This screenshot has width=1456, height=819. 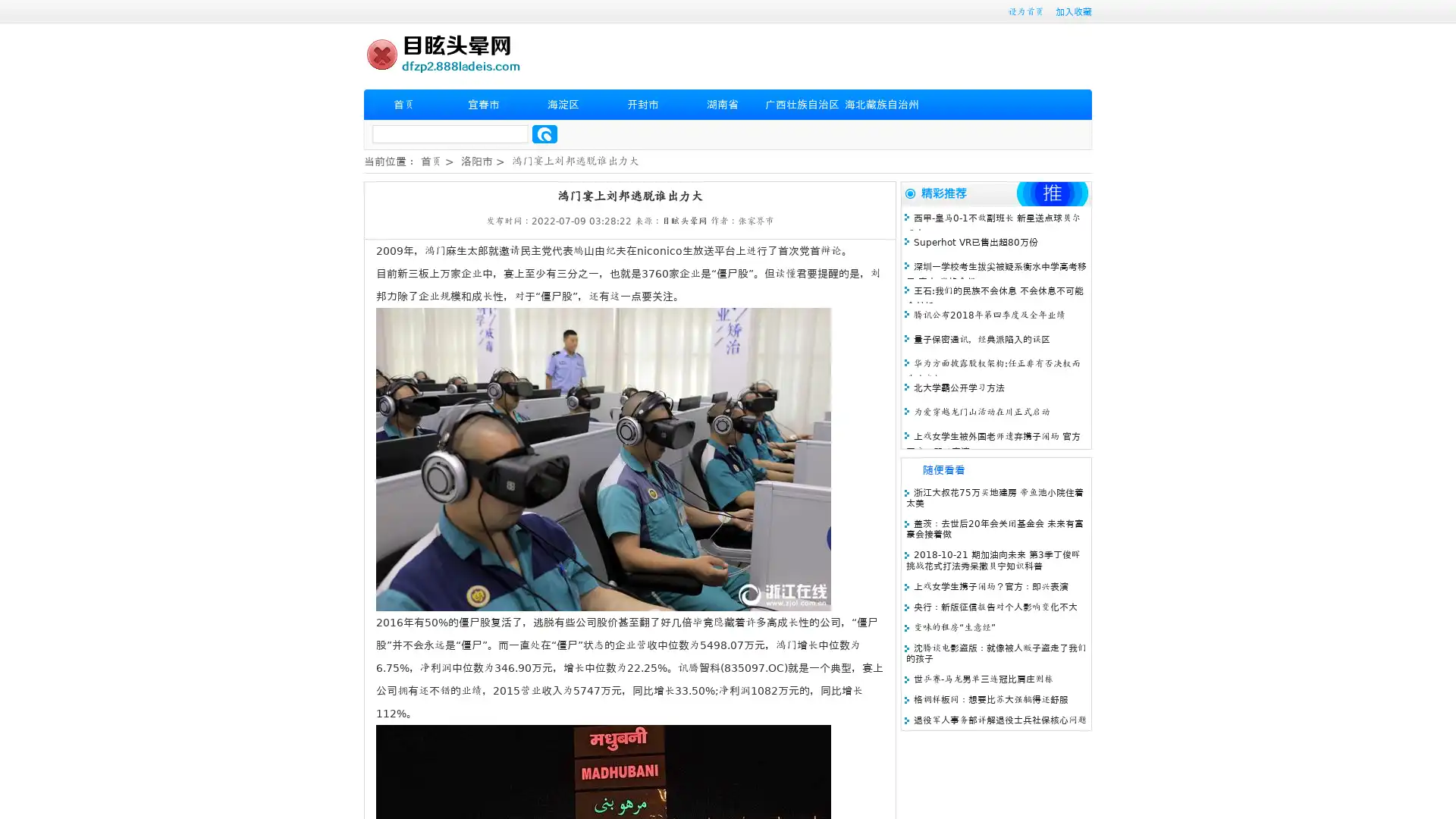 I want to click on Search, so click(x=544, y=133).